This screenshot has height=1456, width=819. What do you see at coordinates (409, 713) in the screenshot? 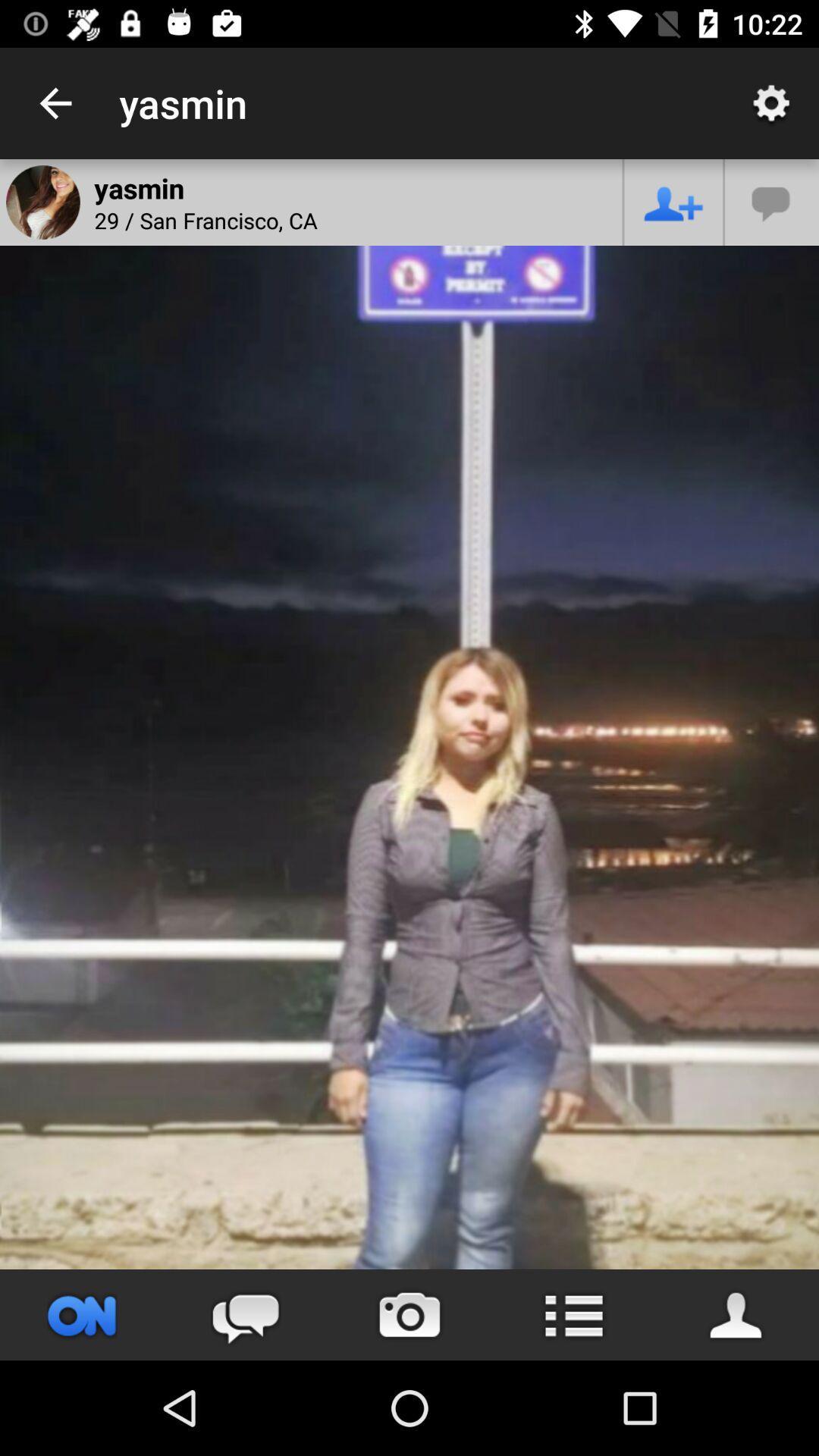
I see `item at the center` at bounding box center [409, 713].